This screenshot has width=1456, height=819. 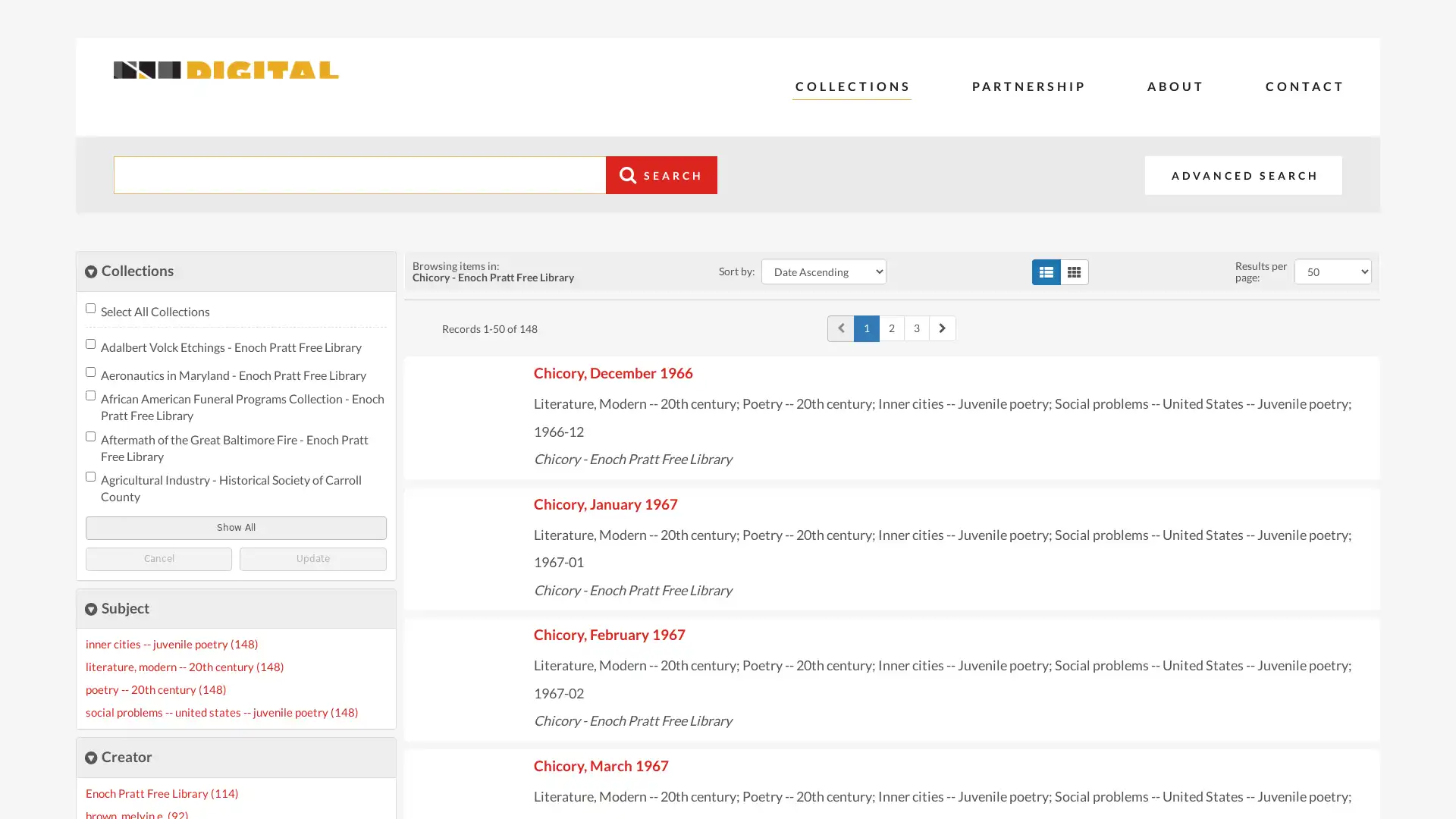 I want to click on Cancel, so click(x=158, y=558).